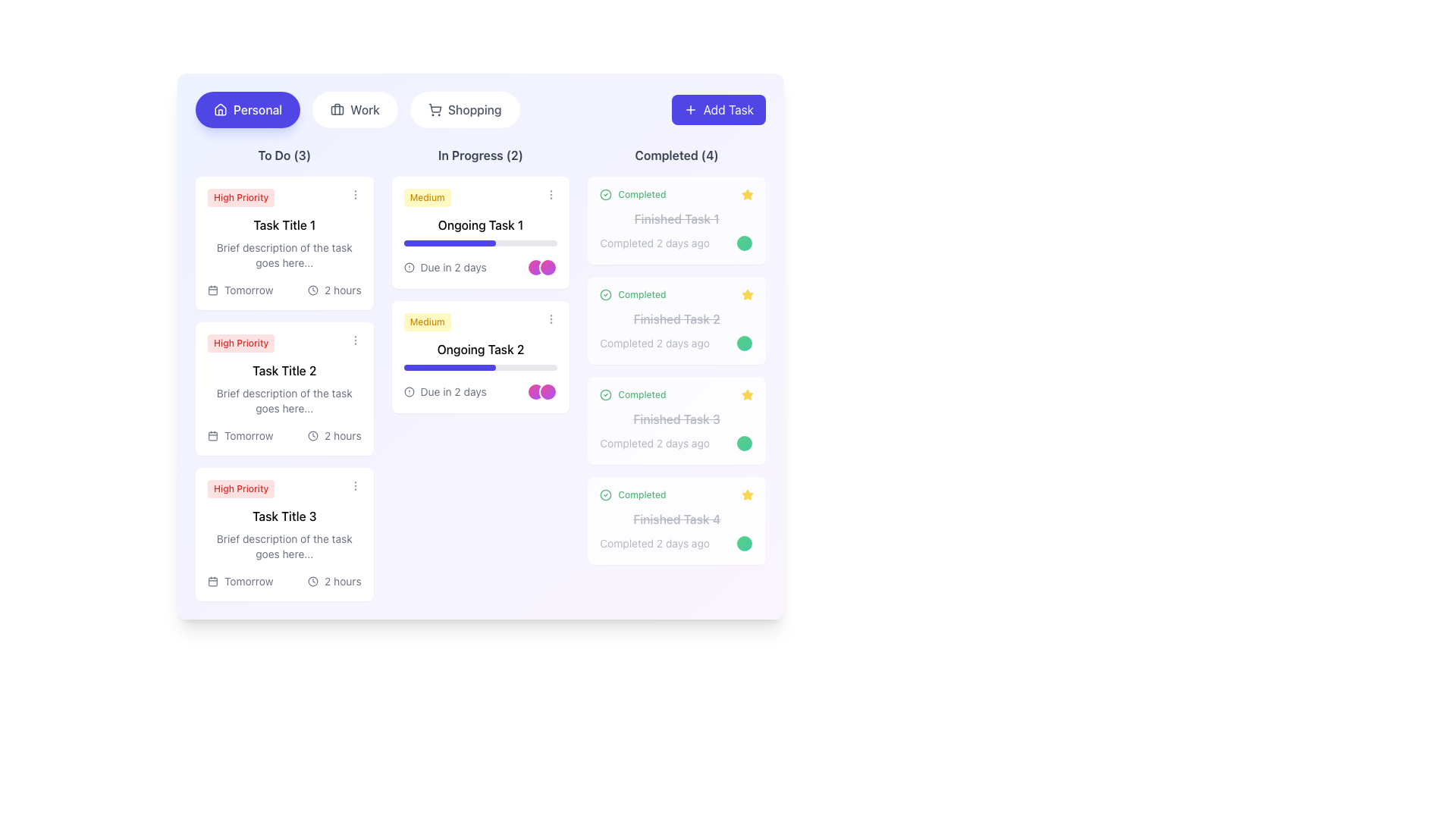 The width and height of the screenshot is (1456, 819). What do you see at coordinates (284, 371) in the screenshot?
I see `the static text label that serves as the title for the second task card in the 'To Do' section under the 'Personal' category` at bounding box center [284, 371].